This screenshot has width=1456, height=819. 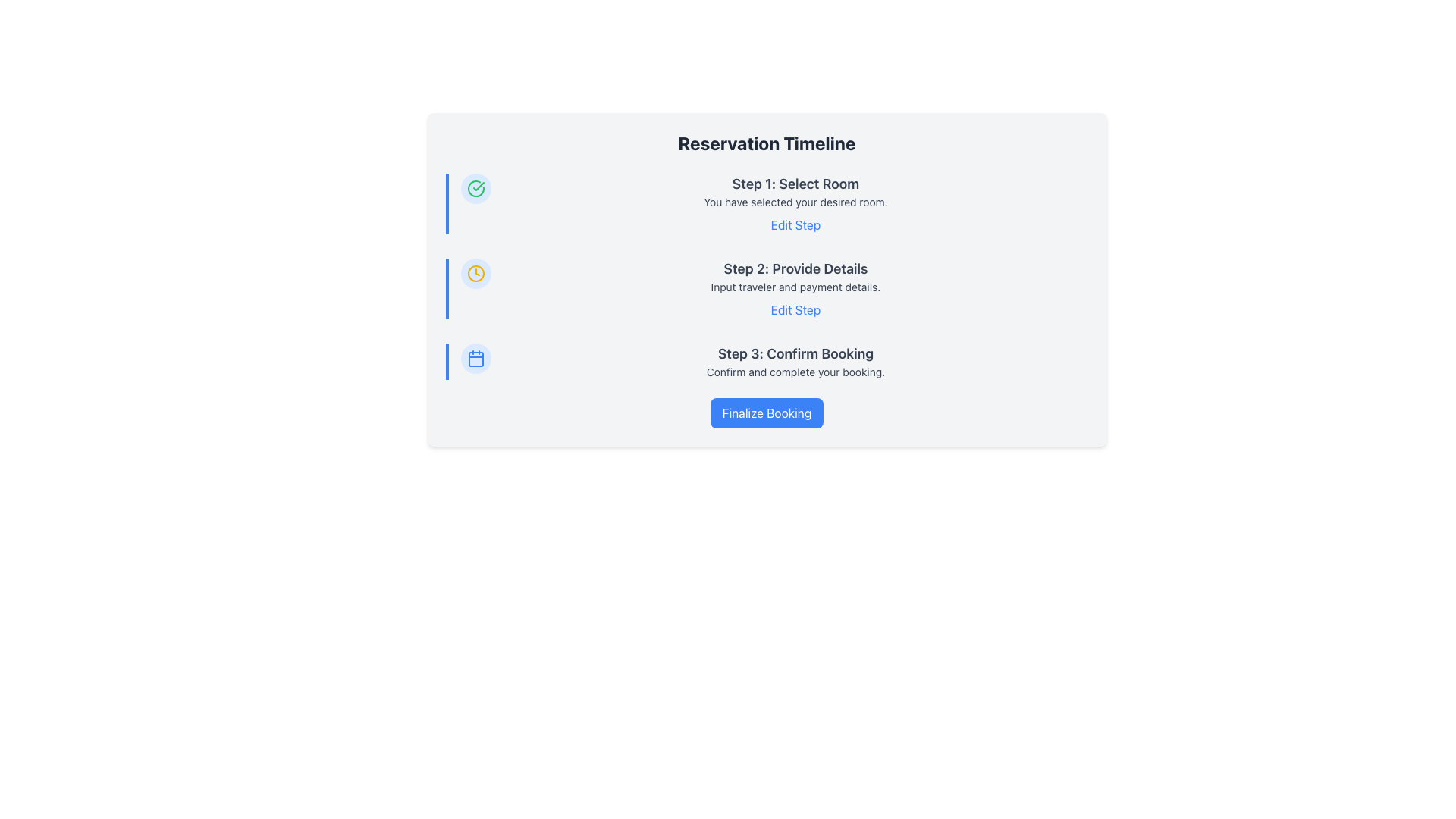 What do you see at coordinates (475, 359) in the screenshot?
I see `the circular icon with a light blue background featuring a calendar graphic, located in the left segment of the 'Step 3: Confirm Booking' section, to visually recognize it` at bounding box center [475, 359].